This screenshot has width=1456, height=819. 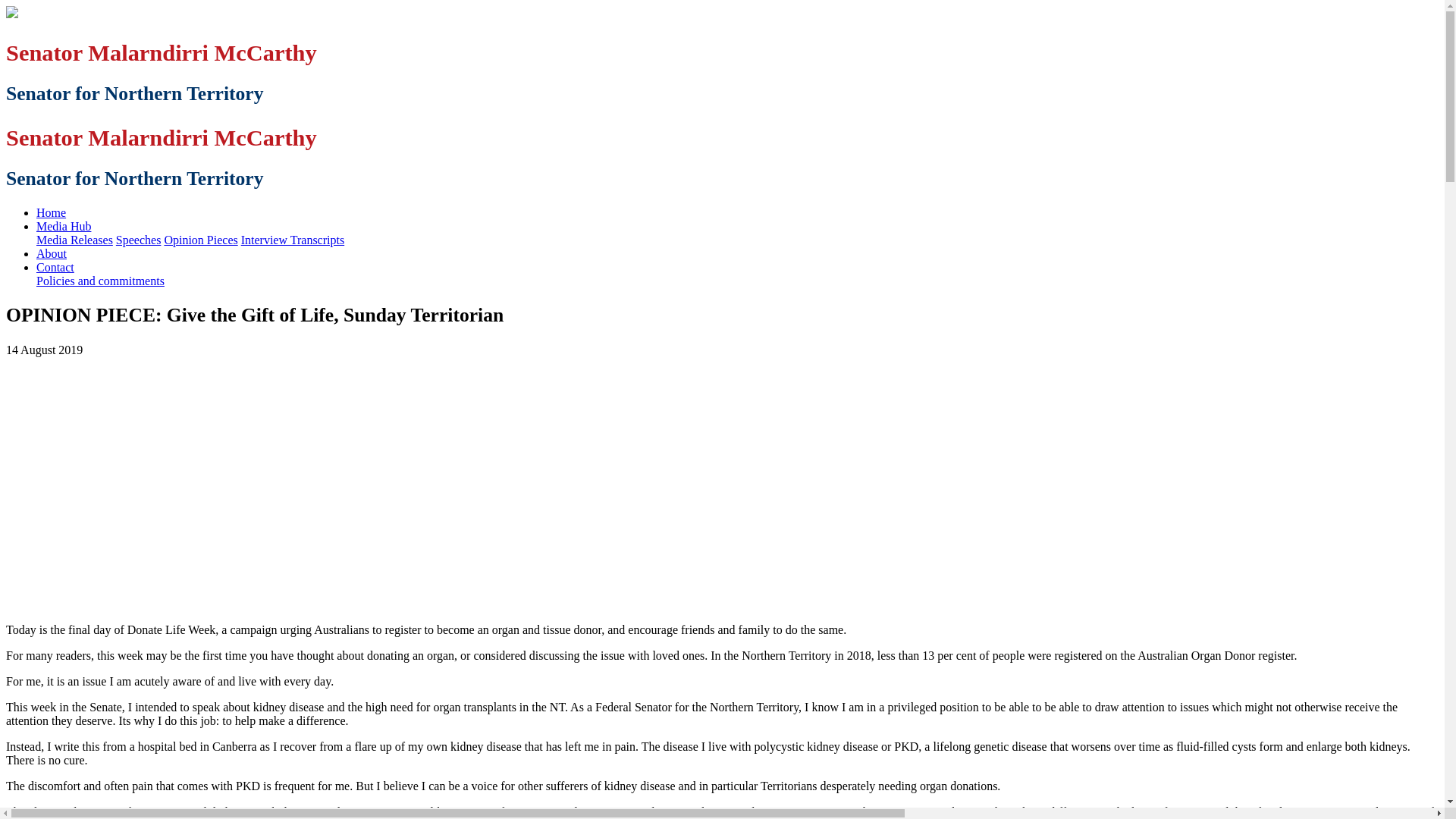 I want to click on 'About', so click(x=51, y=253).